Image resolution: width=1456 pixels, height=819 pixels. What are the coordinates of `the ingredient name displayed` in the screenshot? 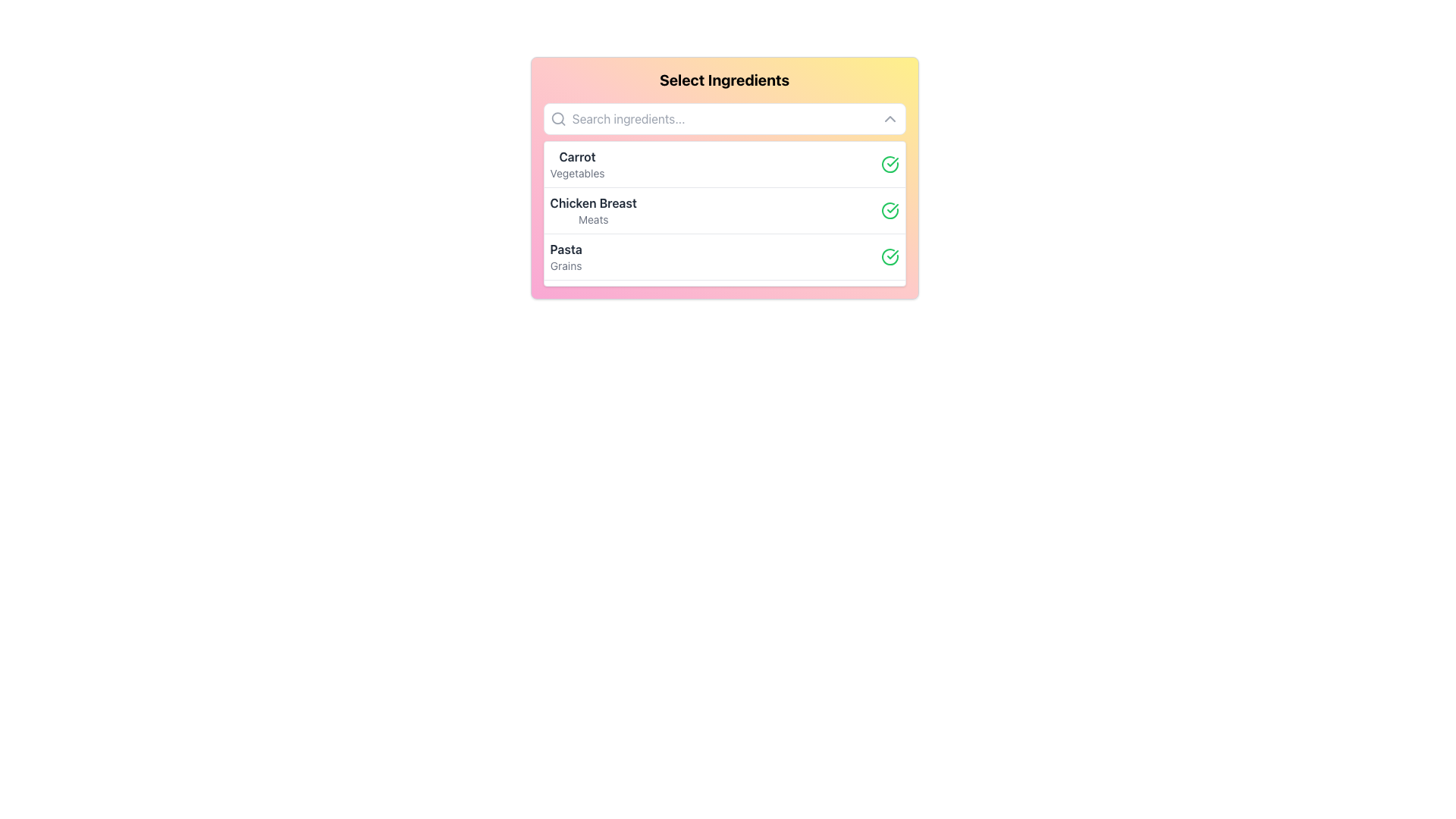 It's located at (565, 248).